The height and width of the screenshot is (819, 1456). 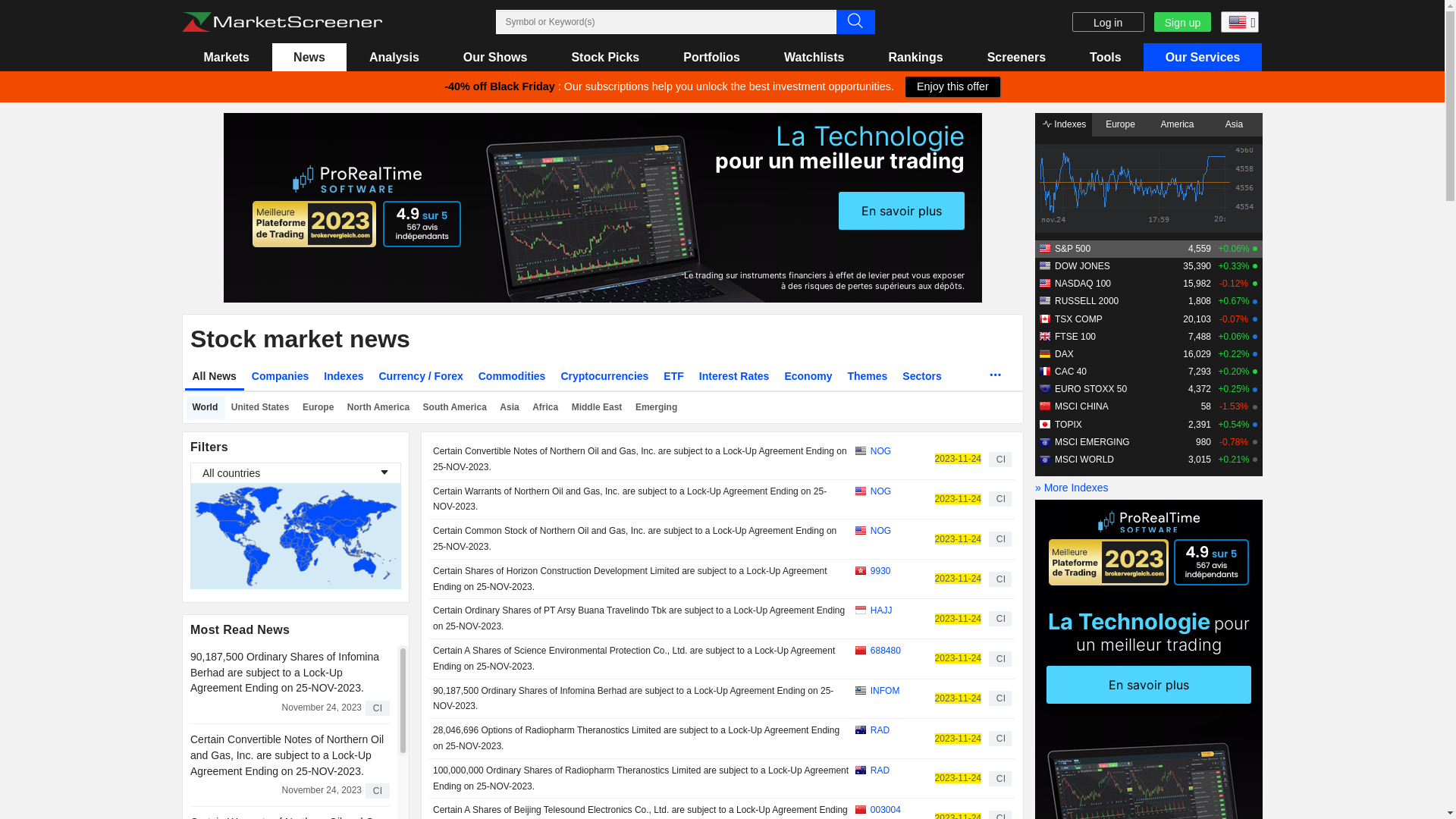 I want to click on 'Screeners', so click(x=1015, y=56).